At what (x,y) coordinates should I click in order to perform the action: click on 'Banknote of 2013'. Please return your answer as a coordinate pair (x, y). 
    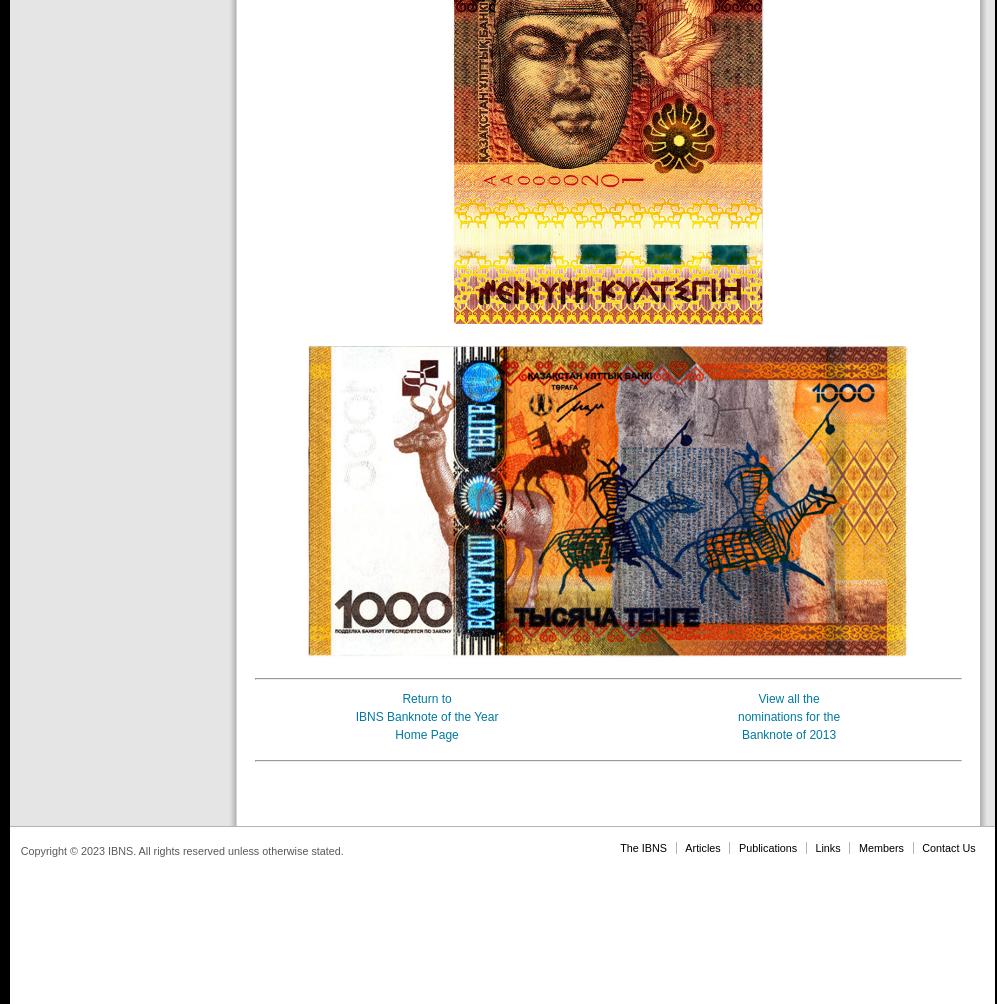
    Looking at the image, I should click on (788, 734).